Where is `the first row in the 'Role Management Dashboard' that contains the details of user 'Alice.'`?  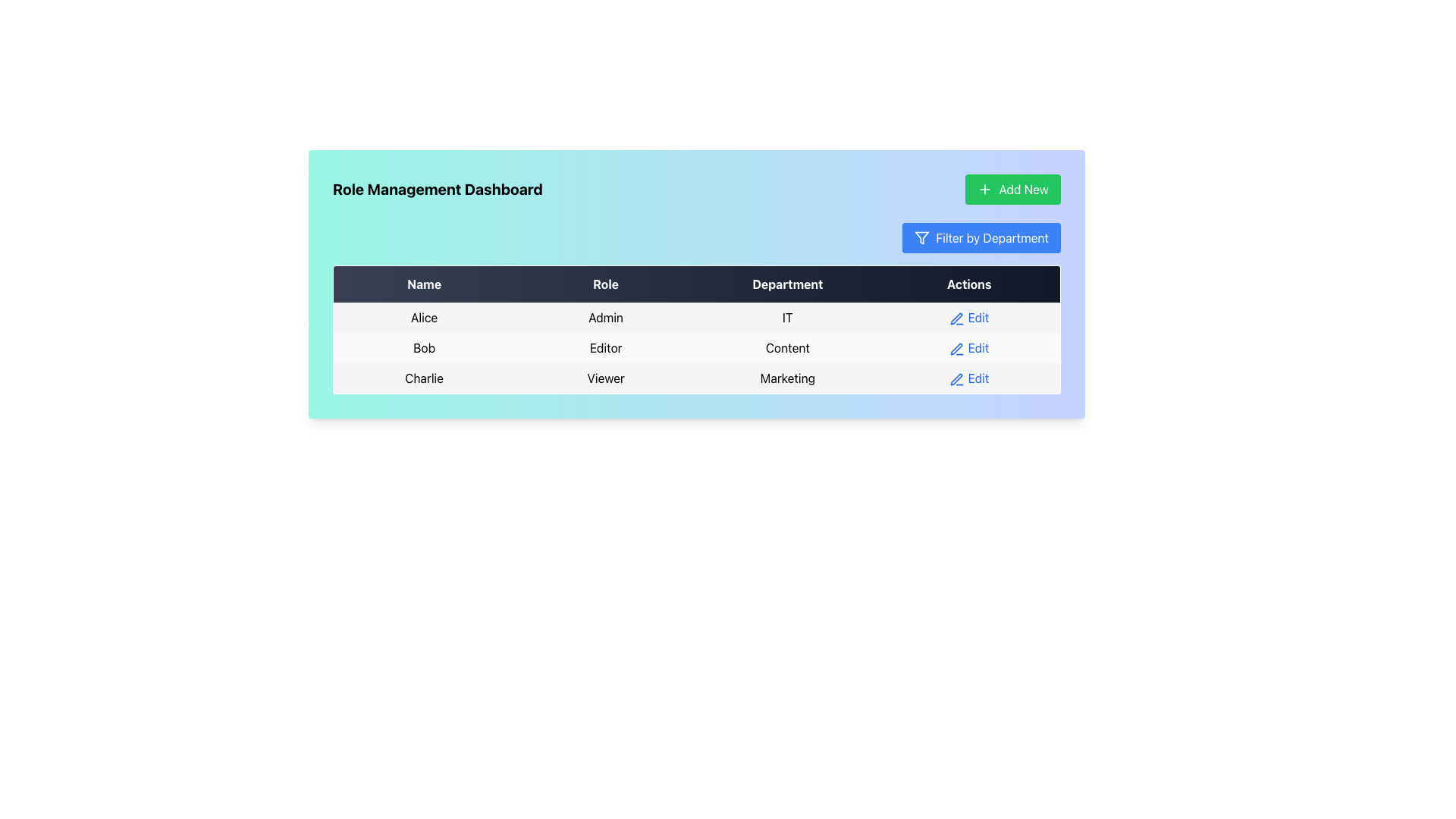 the first row in the 'Role Management Dashboard' that contains the details of user 'Alice.' is located at coordinates (695, 317).